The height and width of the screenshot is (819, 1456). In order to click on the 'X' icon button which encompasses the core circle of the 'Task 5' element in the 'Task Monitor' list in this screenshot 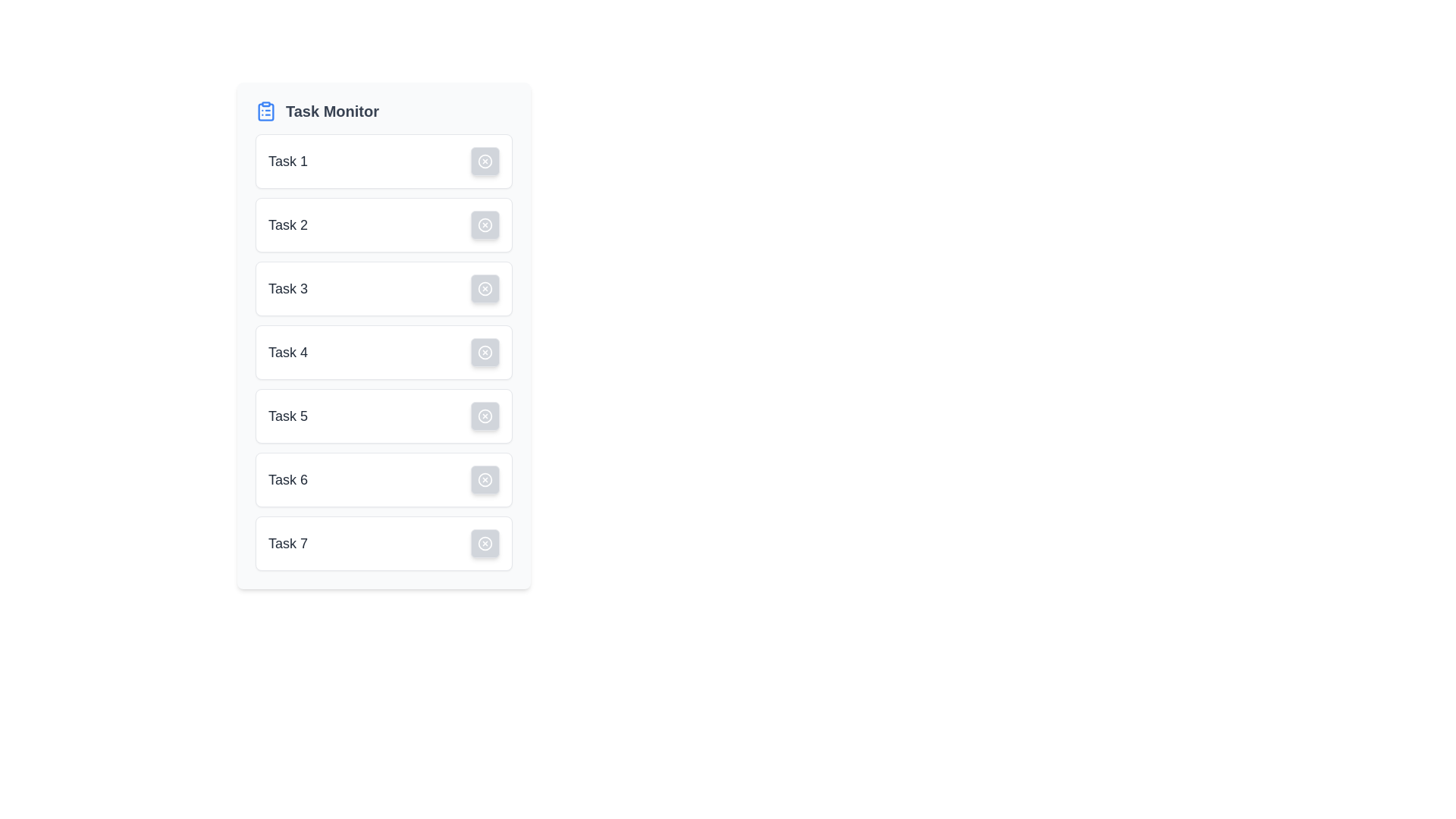, I will do `click(484, 416)`.